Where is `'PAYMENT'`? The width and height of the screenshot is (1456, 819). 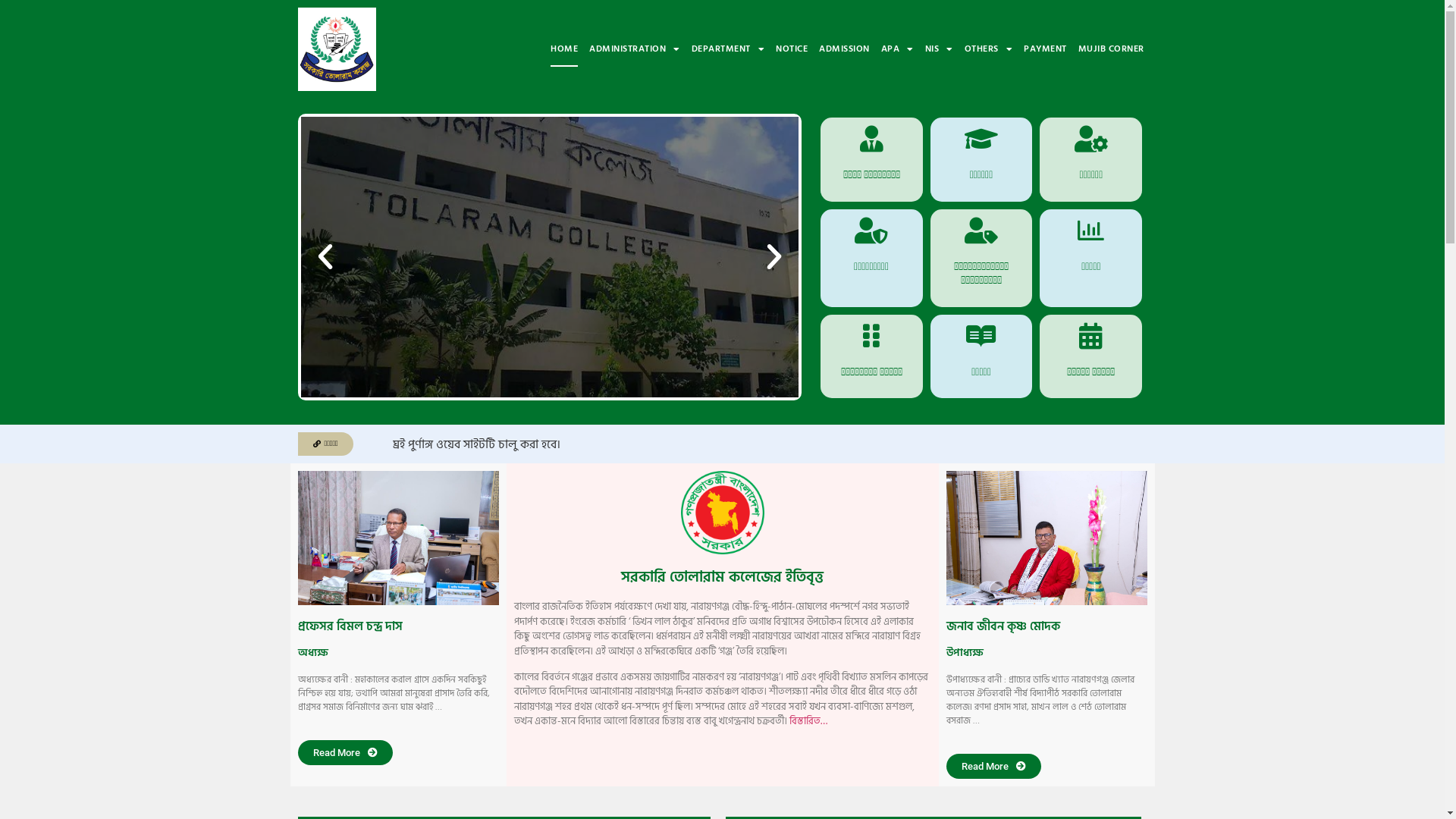
'PAYMENT' is located at coordinates (1023, 49).